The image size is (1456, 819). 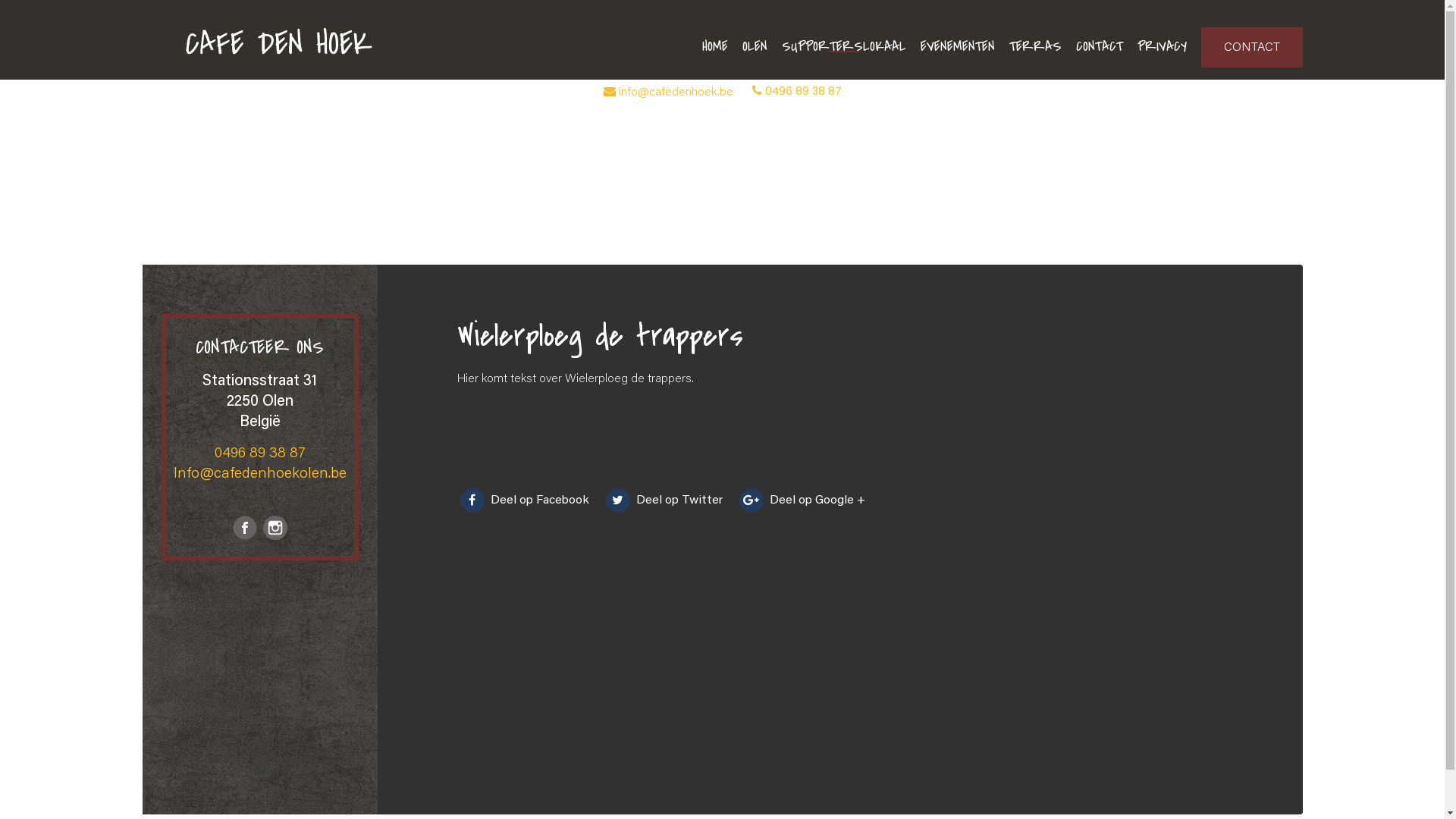 What do you see at coordinates (1200, 46) in the screenshot?
I see `'CONTACT'` at bounding box center [1200, 46].